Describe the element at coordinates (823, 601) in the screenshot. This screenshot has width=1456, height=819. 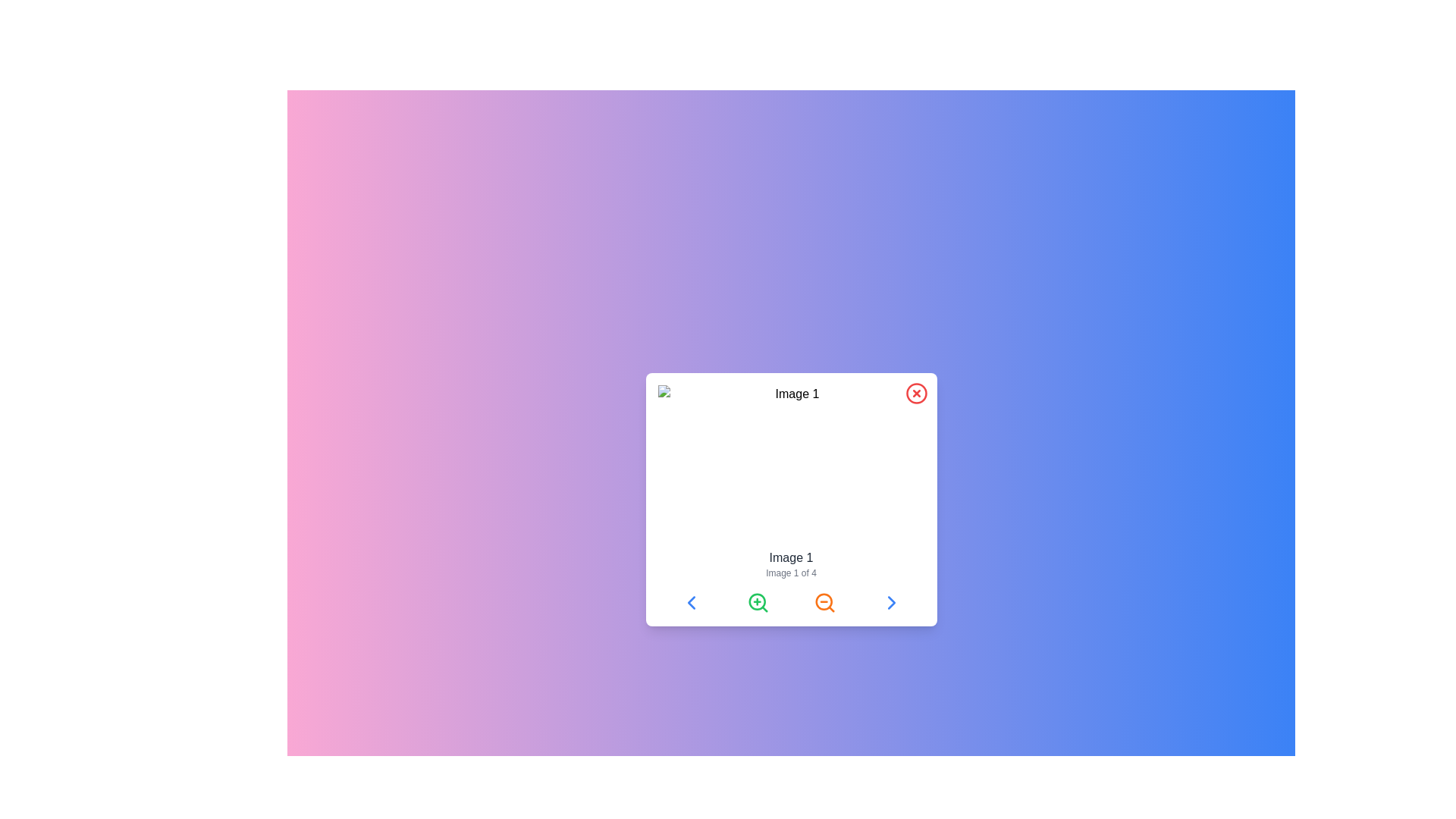
I see `the SVG circle graphic component that represents the lens outline of the zoom-out icon in the modal window interface` at that location.